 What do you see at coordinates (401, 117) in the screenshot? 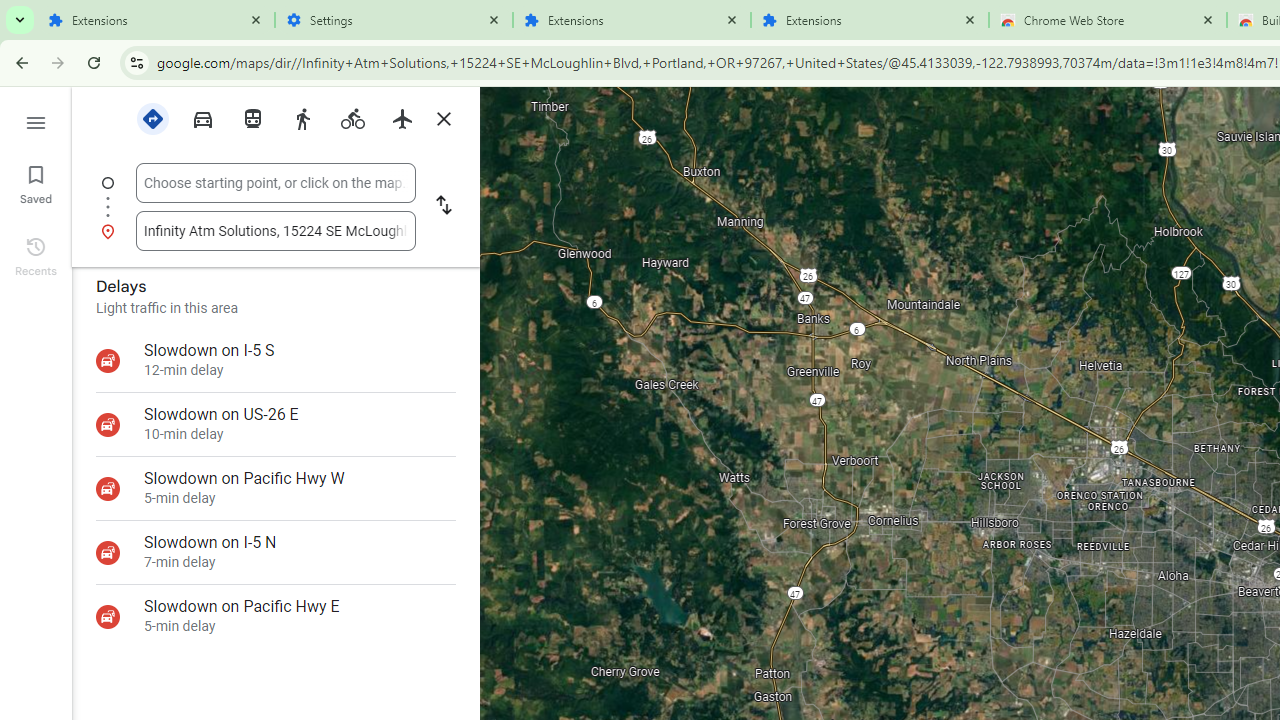
I see `'Flights'` at bounding box center [401, 117].